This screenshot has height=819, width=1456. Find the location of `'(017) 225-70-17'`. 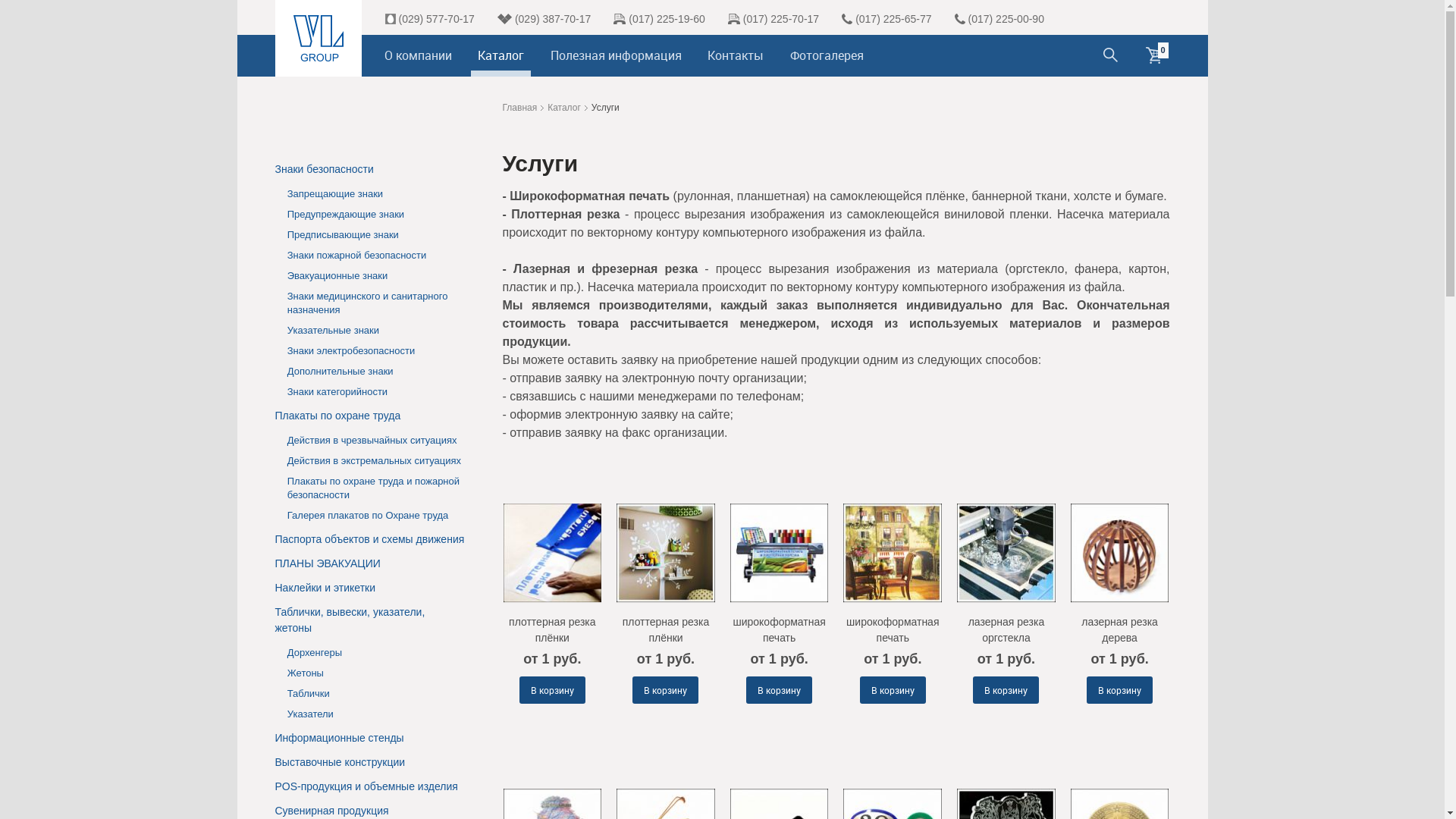

'(017) 225-70-17' is located at coordinates (781, 18).